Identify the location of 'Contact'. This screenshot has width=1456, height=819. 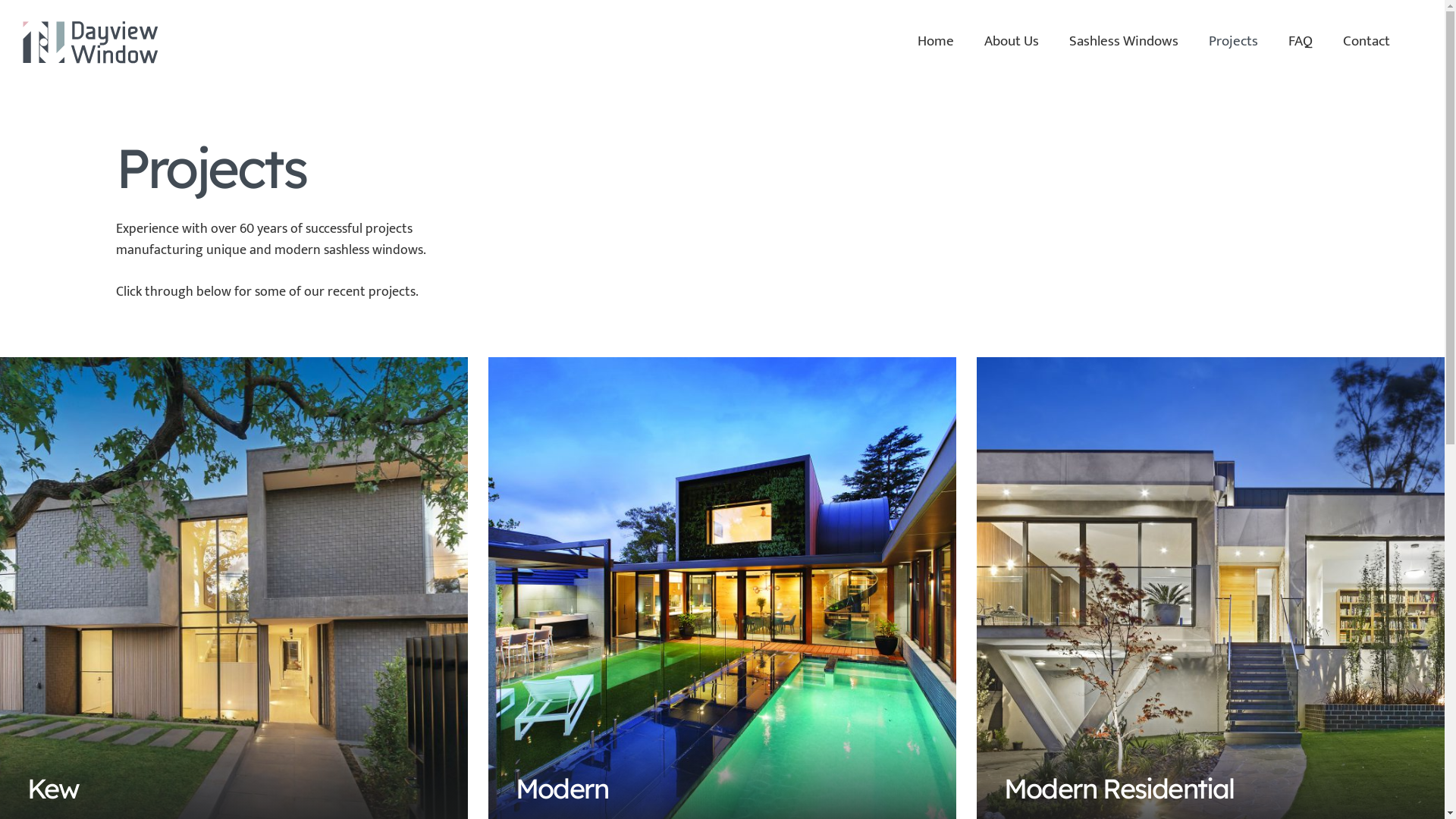
(1366, 40).